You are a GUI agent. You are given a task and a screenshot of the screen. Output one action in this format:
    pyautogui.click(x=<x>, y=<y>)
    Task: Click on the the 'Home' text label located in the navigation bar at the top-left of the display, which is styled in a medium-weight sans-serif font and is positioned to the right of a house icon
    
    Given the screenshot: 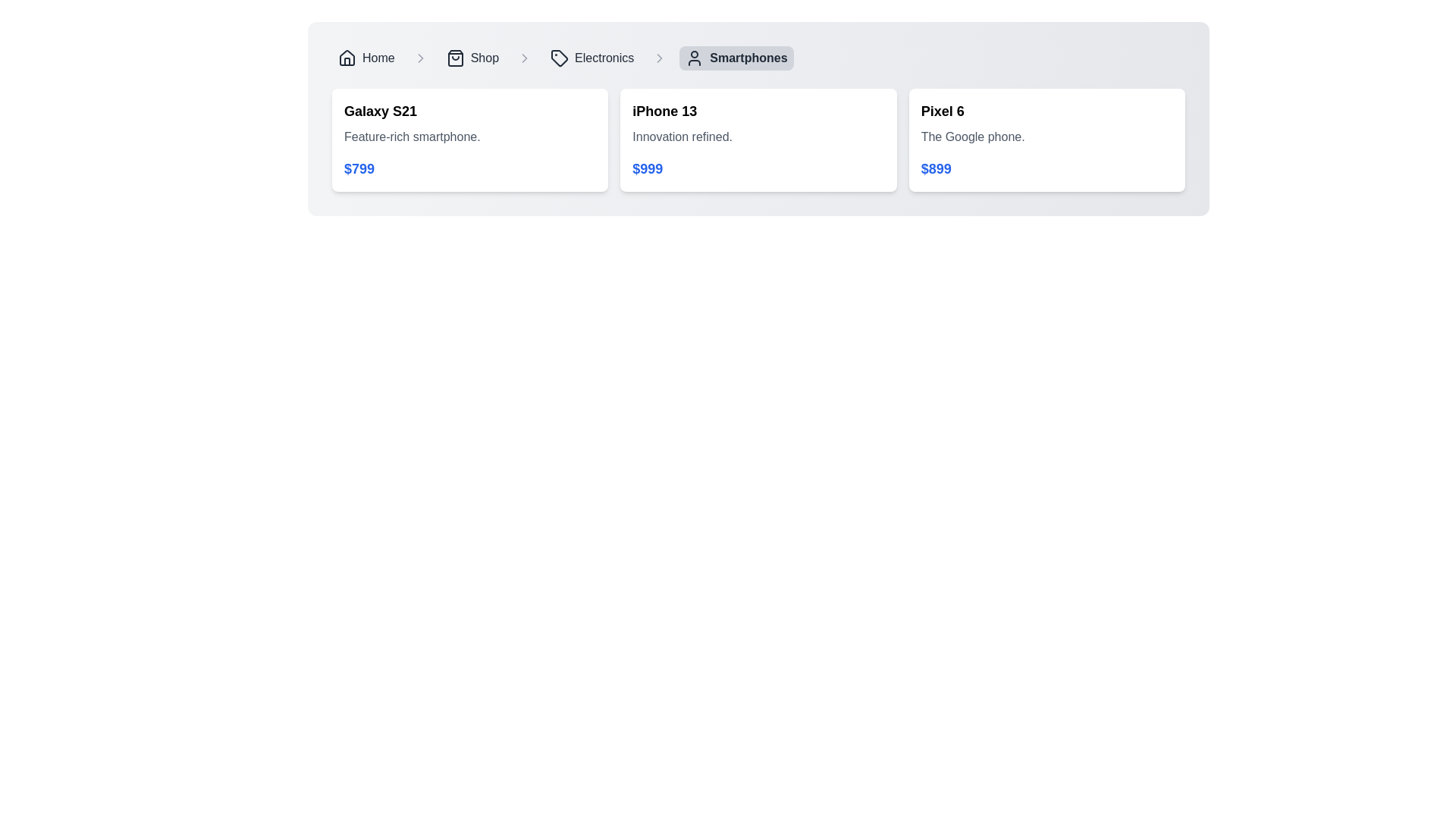 What is the action you would take?
    pyautogui.click(x=378, y=58)
    